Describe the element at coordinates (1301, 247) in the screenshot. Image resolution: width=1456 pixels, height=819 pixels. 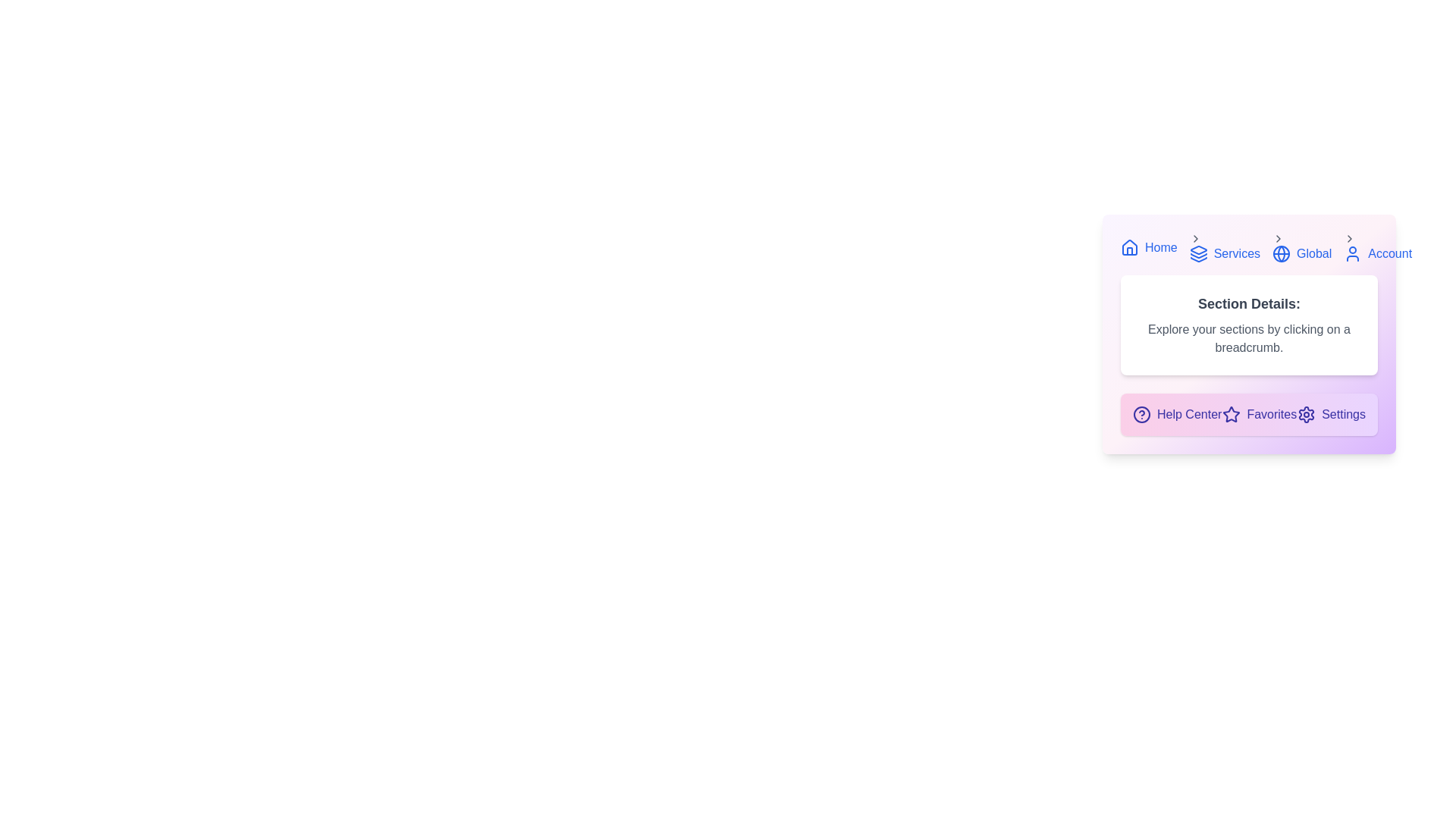
I see `the Interactive breadcrumb link that allows navigation to the 'Global' section` at that location.